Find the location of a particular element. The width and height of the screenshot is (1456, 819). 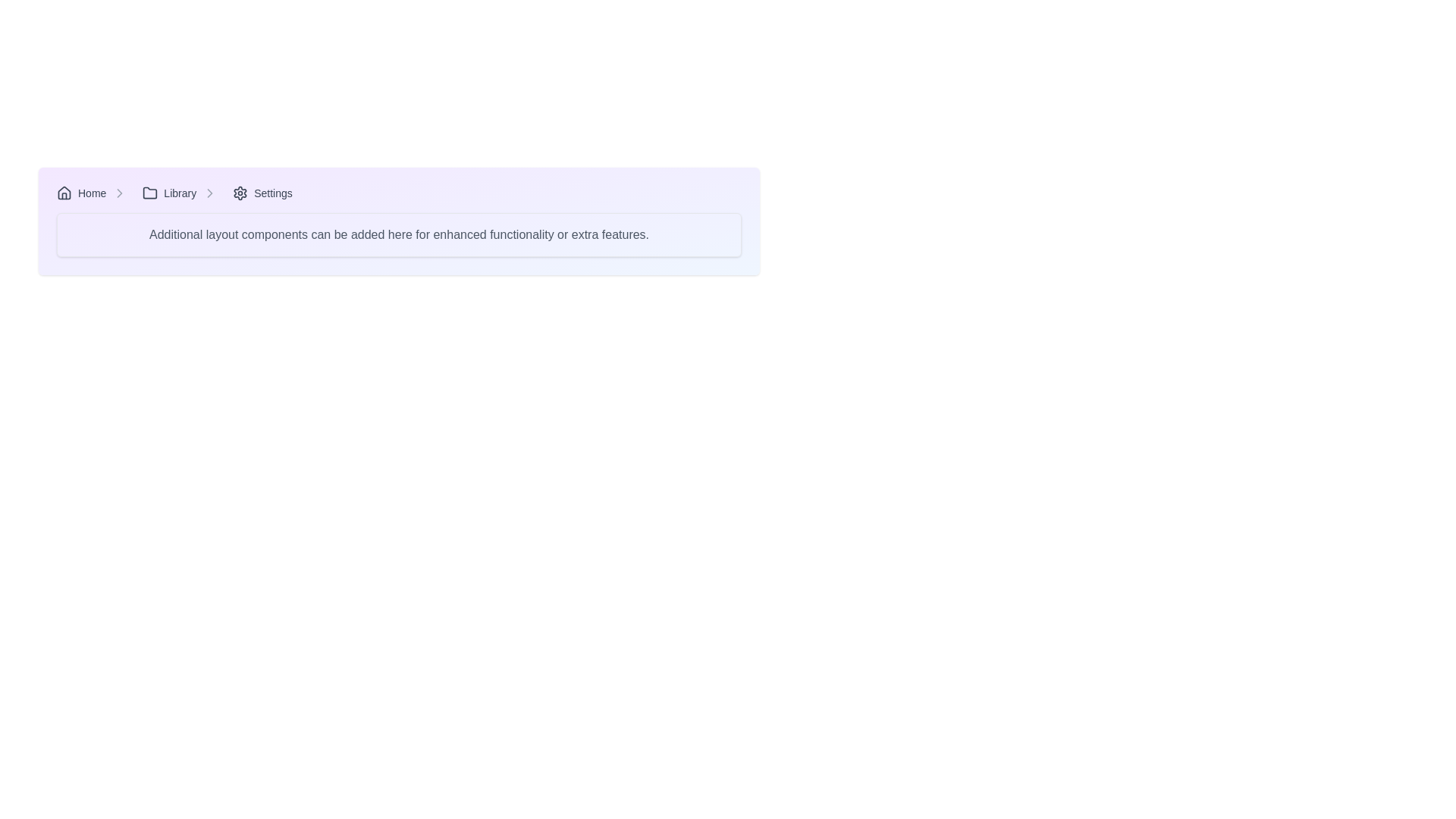

the right-facing chevron-shaped arrow in the breadcrumb navigation bar, which is located between 'Library' and another breadcrumb indicator is located at coordinates (119, 192).